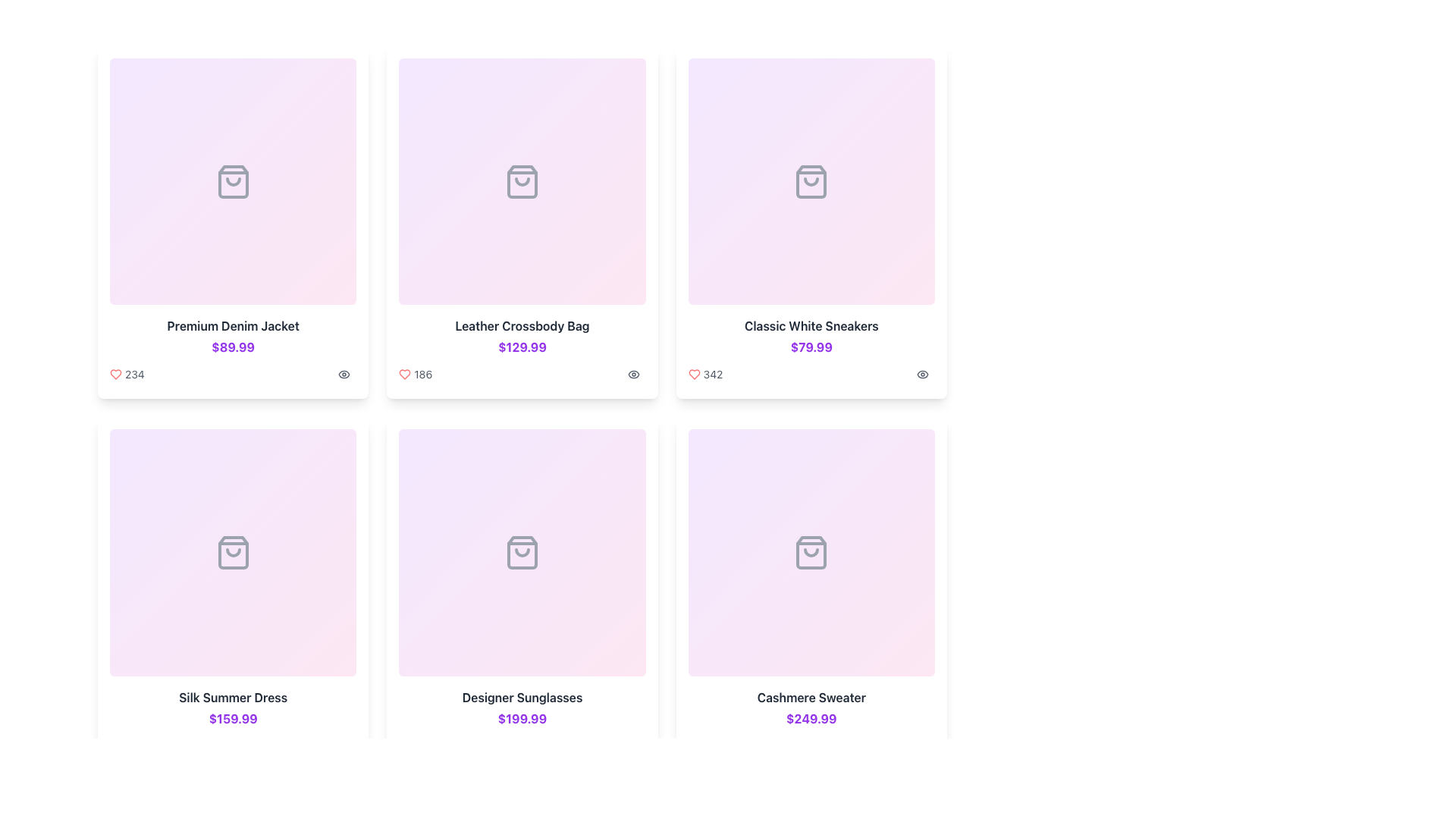 Image resolution: width=1456 pixels, height=819 pixels. What do you see at coordinates (811, 347) in the screenshot?
I see `the price display for the 'Classic White Sneakers' product, which is located directly below the product name and above user interaction metrics` at bounding box center [811, 347].